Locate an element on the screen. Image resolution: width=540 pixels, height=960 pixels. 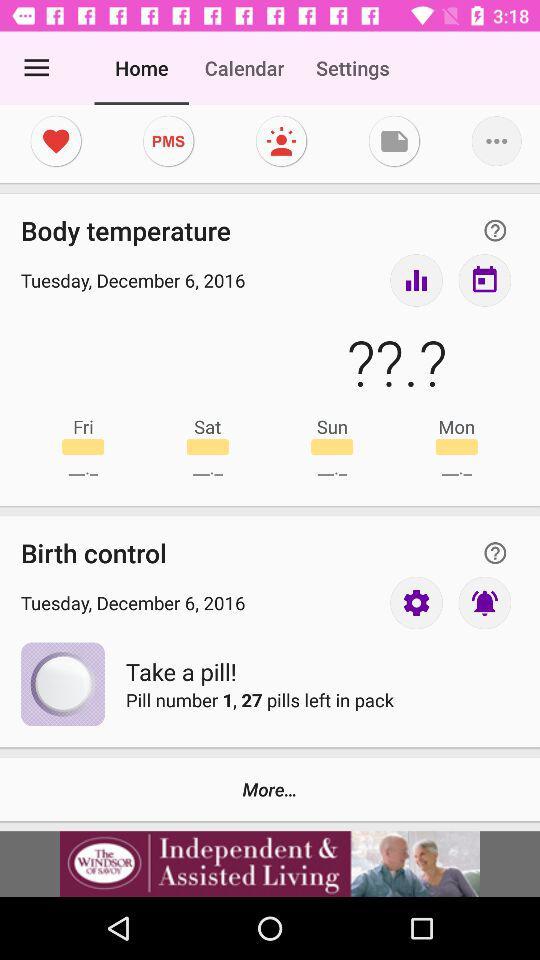
new page is located at coordinates (394, 140).